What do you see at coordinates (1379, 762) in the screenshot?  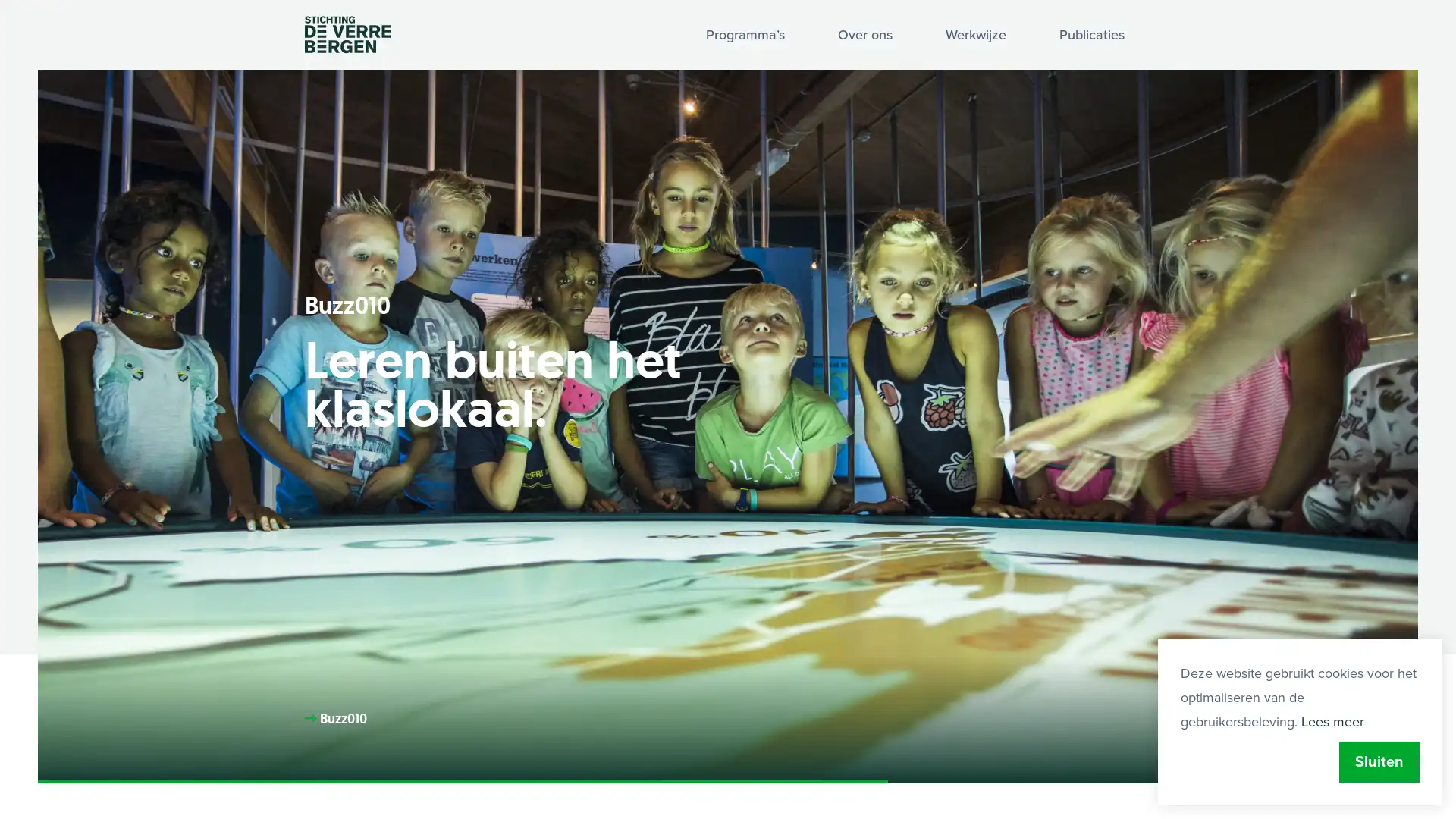 I see `dismiss cookie message` at bounding box center [1379, 762].